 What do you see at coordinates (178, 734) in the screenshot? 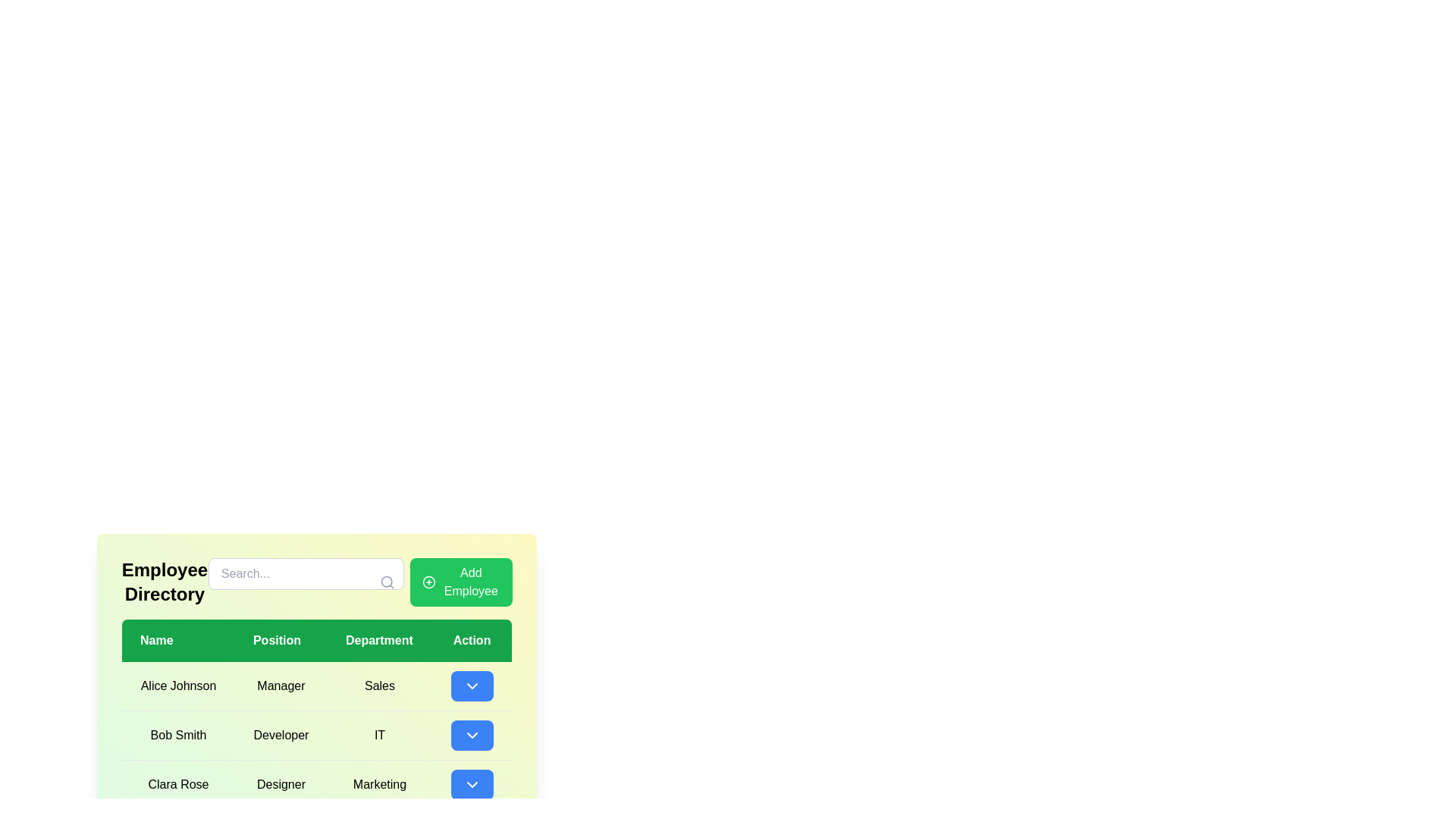
I see `name 'Bob Smith' located in the second row of the table under the 'Name' column` at bounding box center [178, 734].